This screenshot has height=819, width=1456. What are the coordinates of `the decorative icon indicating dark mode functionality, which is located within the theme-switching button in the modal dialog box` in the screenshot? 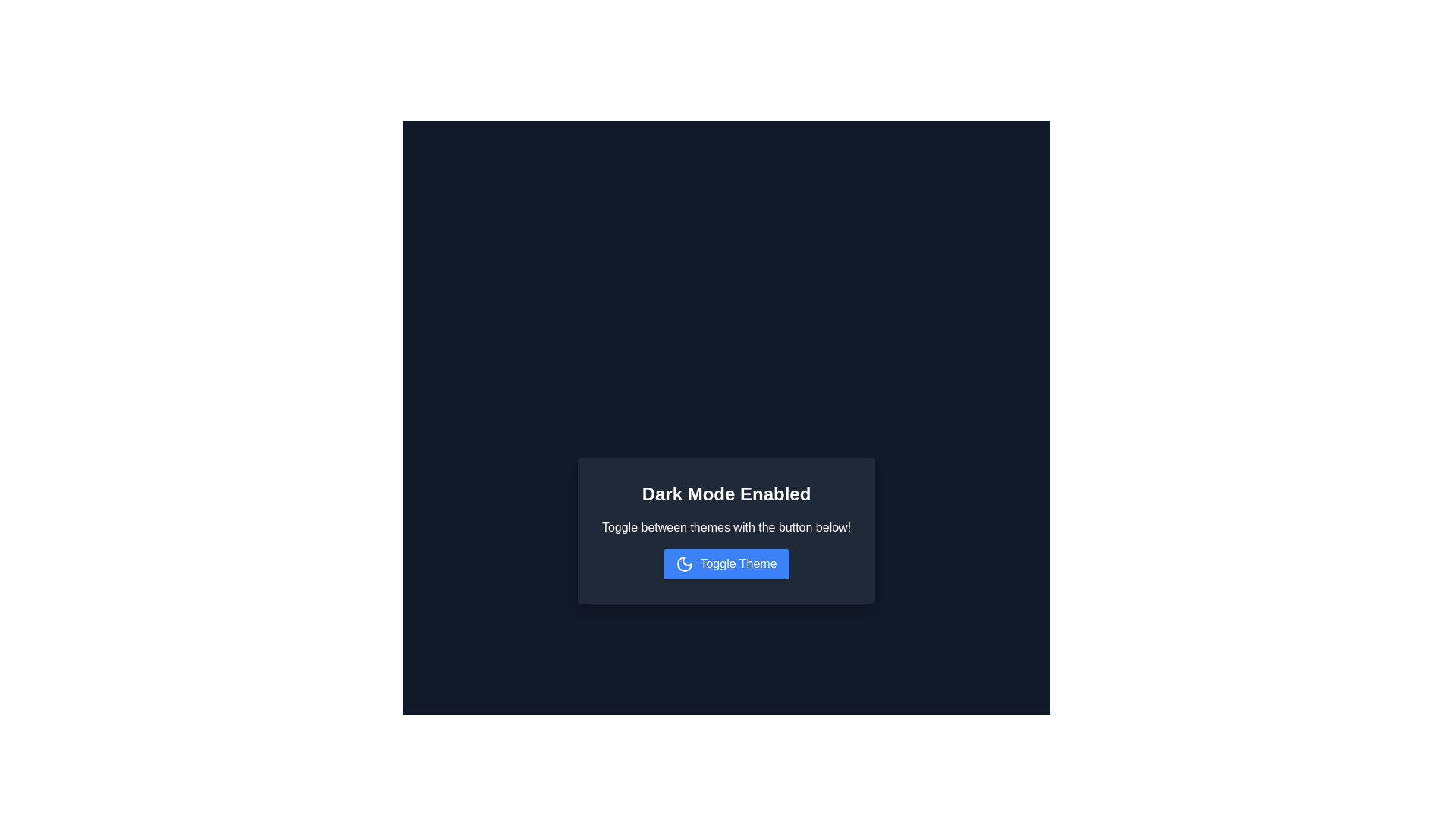 It's located at (684, 564).